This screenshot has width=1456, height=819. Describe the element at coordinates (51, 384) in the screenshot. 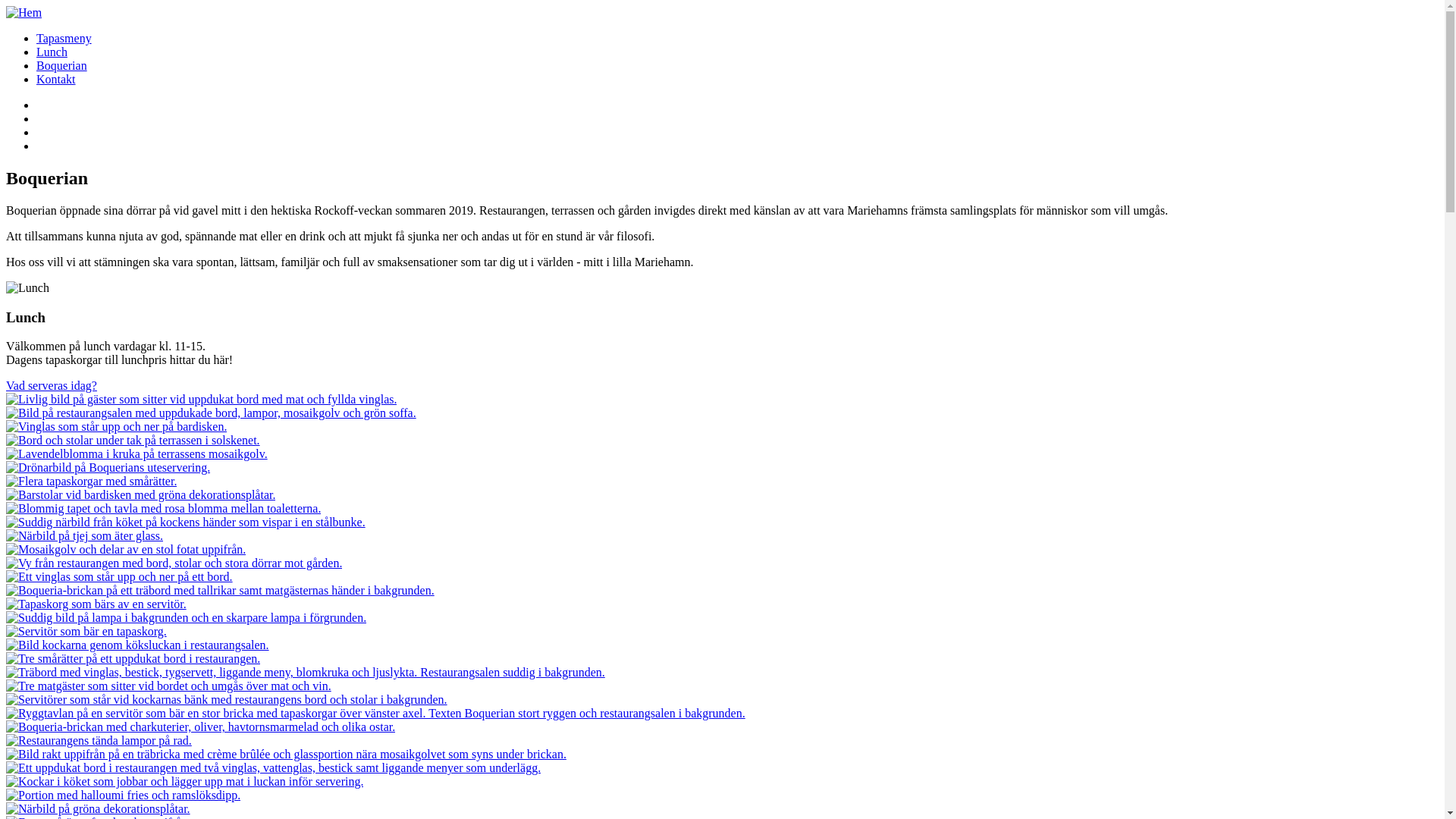

I see `'Vad serveras idag?'` at that location.